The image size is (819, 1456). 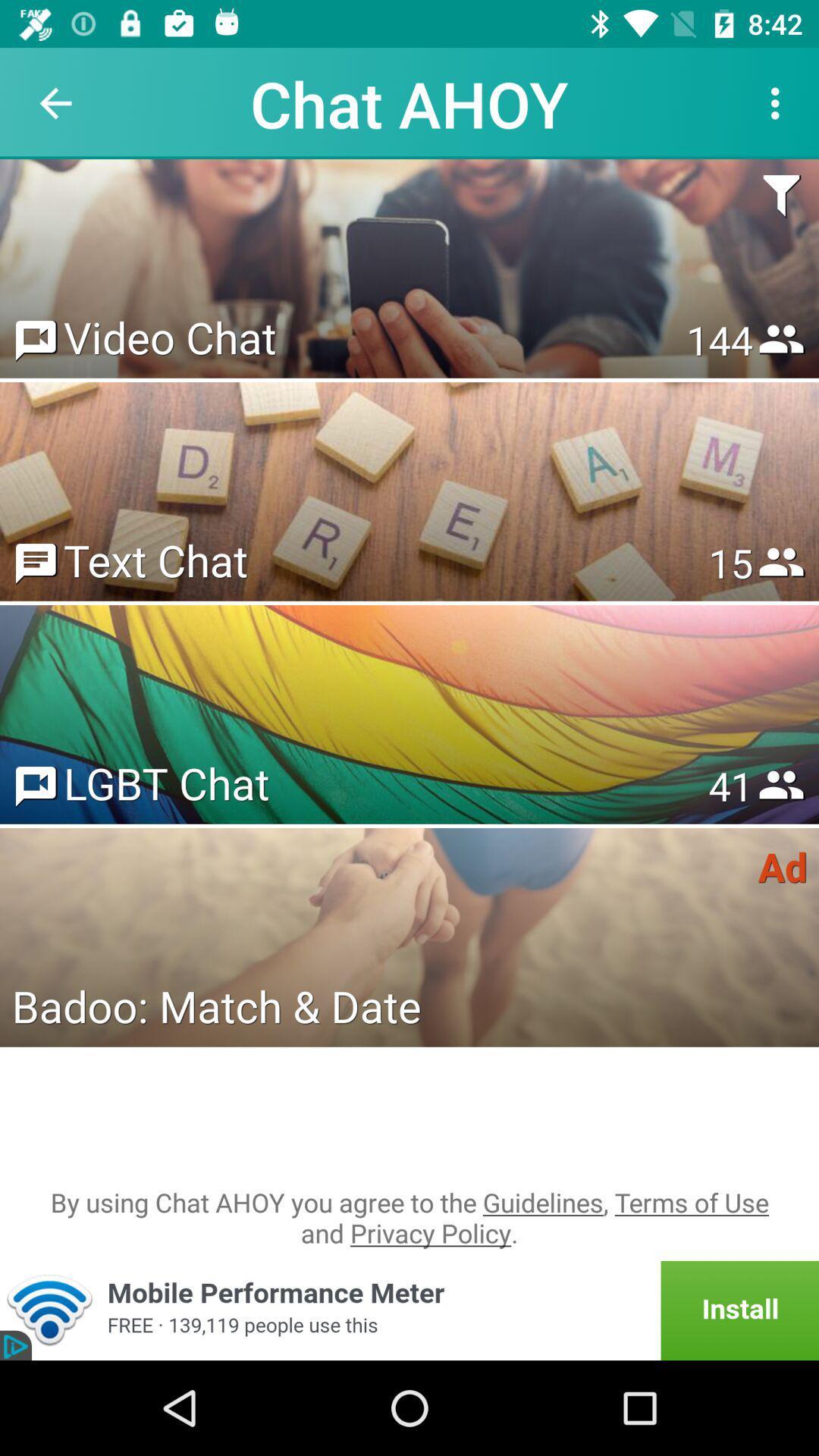 What do you see at coordinates (730, 562) in the screenshot?
I see `item next to text chat` at bounding box center [730, 562].